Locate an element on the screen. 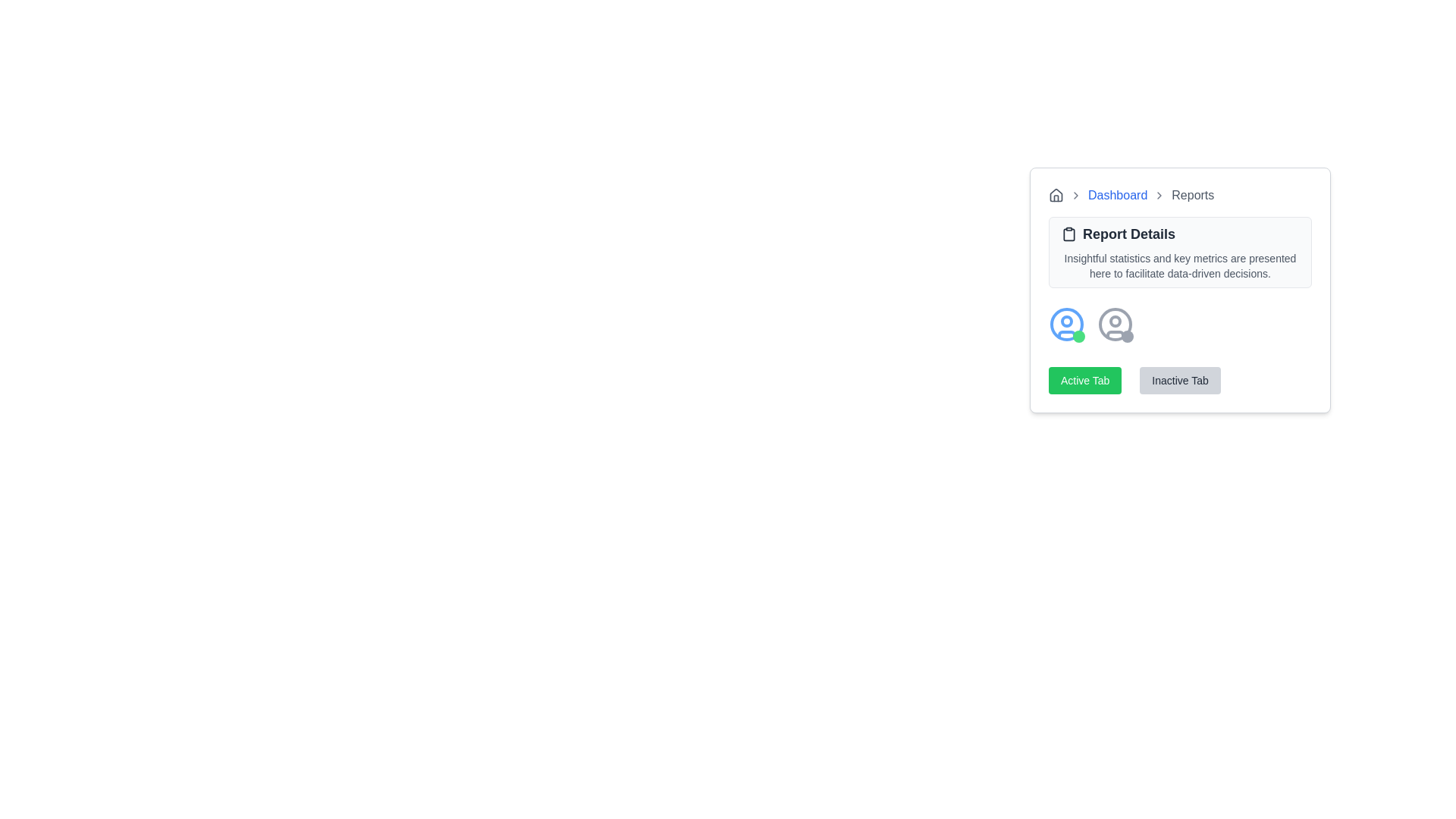  the clipboard icon located to the left of the 'Report Details' text in the heading section of the card layout is located at coordinates (1068, 234).